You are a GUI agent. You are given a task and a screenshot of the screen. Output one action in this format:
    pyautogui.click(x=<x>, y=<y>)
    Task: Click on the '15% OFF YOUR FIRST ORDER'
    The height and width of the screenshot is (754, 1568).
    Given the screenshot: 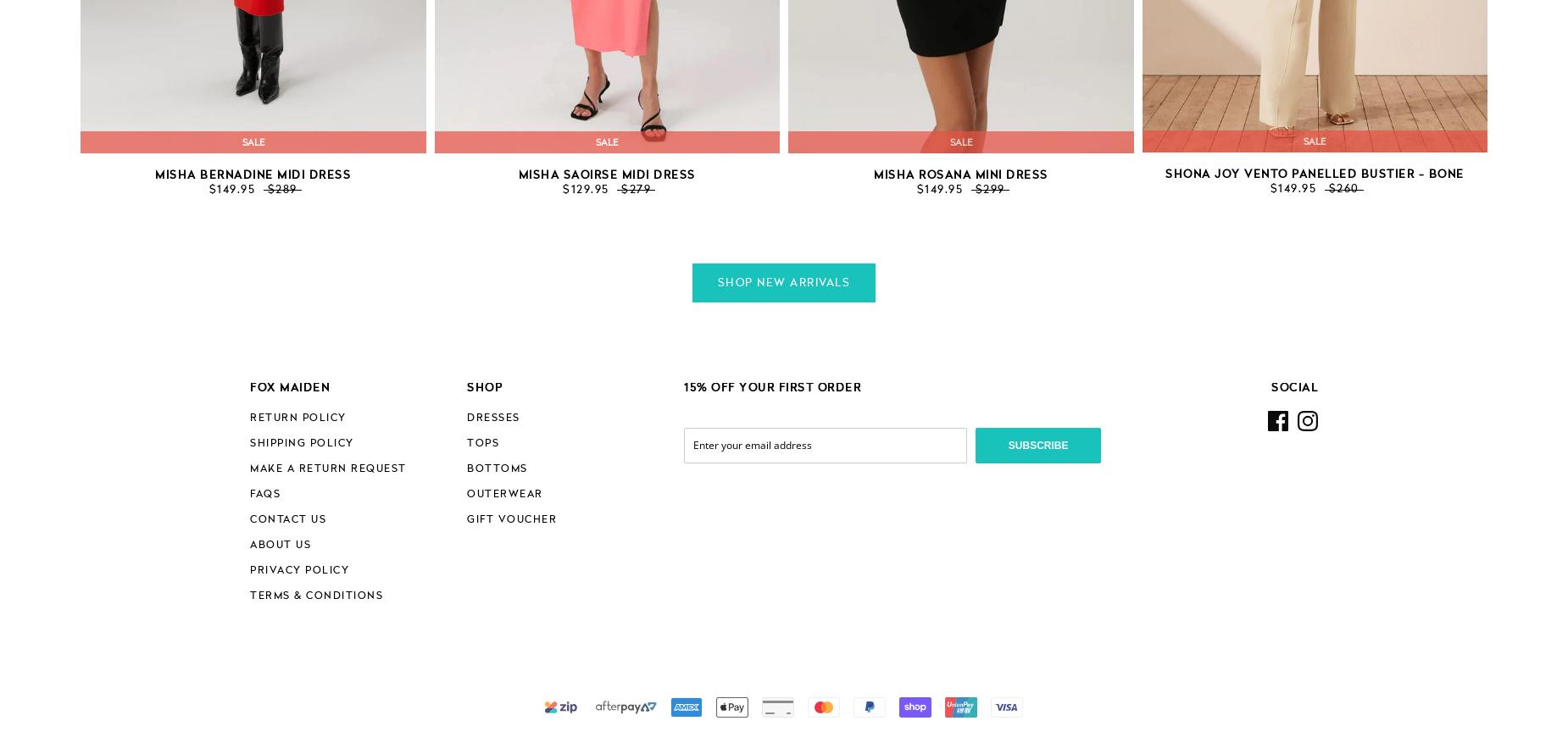 What is the action you would take?
    pyautogui.click(x=772, y=387)
    